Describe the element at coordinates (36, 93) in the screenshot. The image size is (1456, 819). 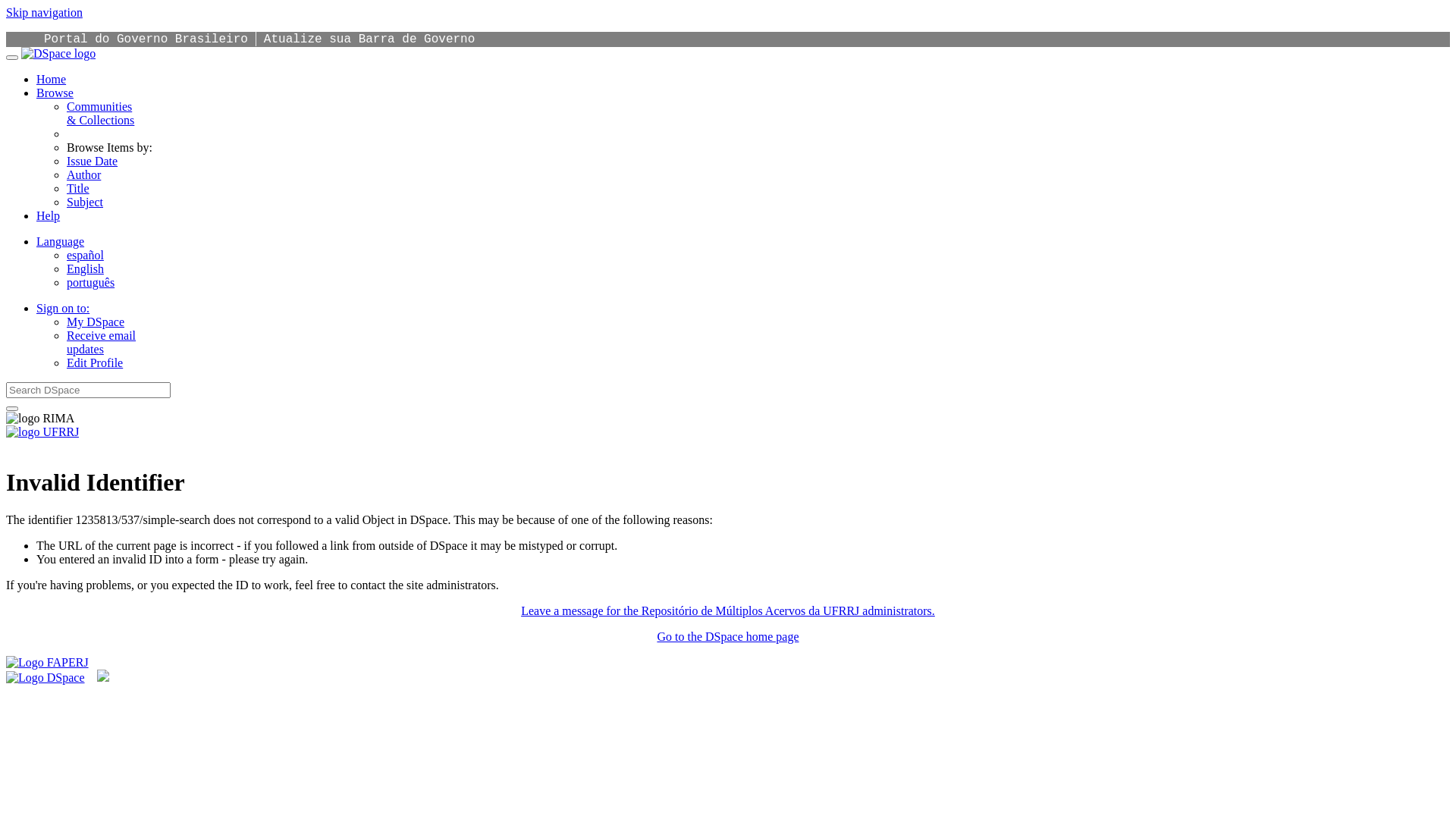
I see `'Browse'` at that location.